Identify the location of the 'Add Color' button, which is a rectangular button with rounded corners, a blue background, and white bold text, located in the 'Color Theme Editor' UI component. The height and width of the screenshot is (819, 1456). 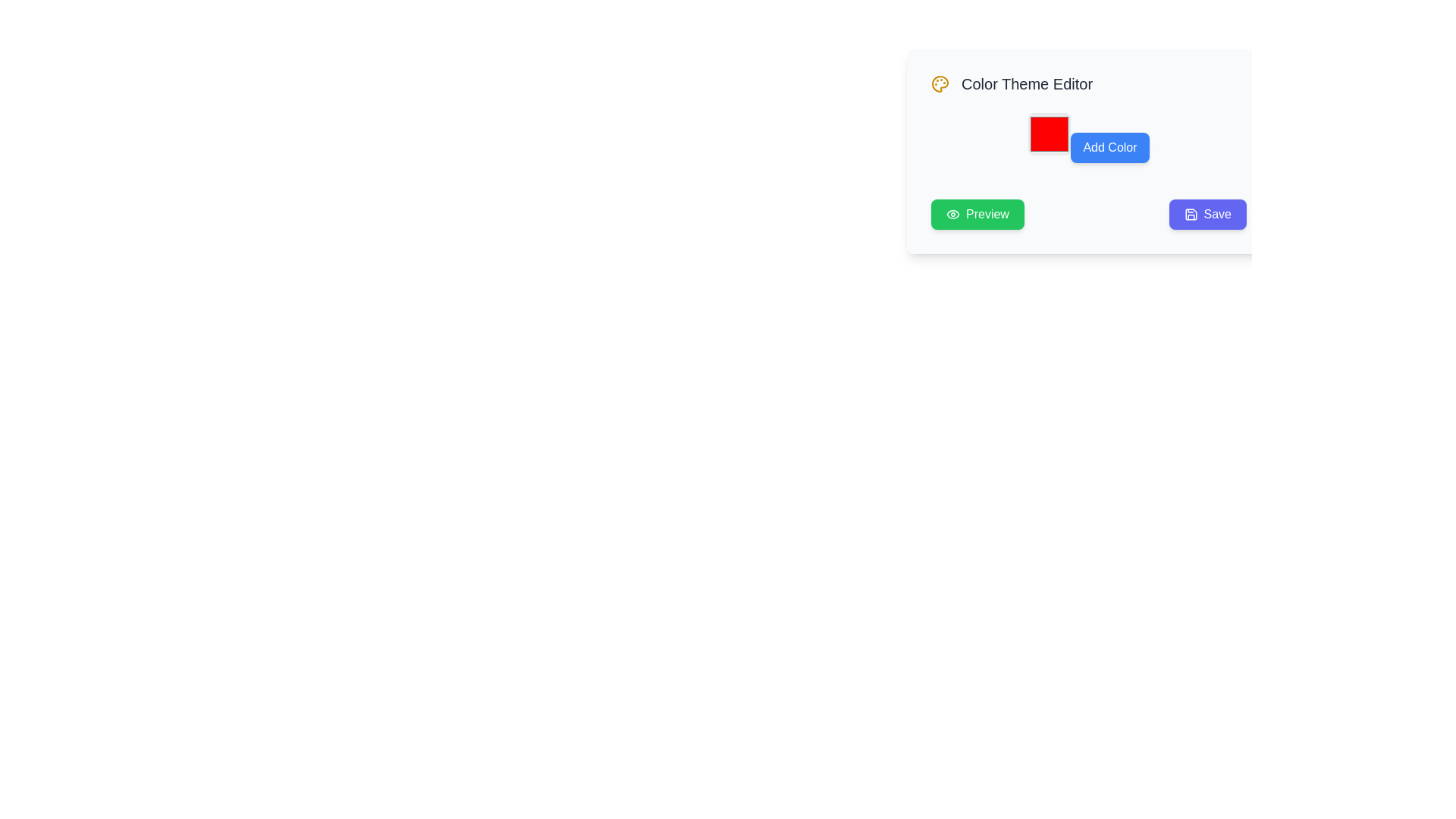
(1110, 148).